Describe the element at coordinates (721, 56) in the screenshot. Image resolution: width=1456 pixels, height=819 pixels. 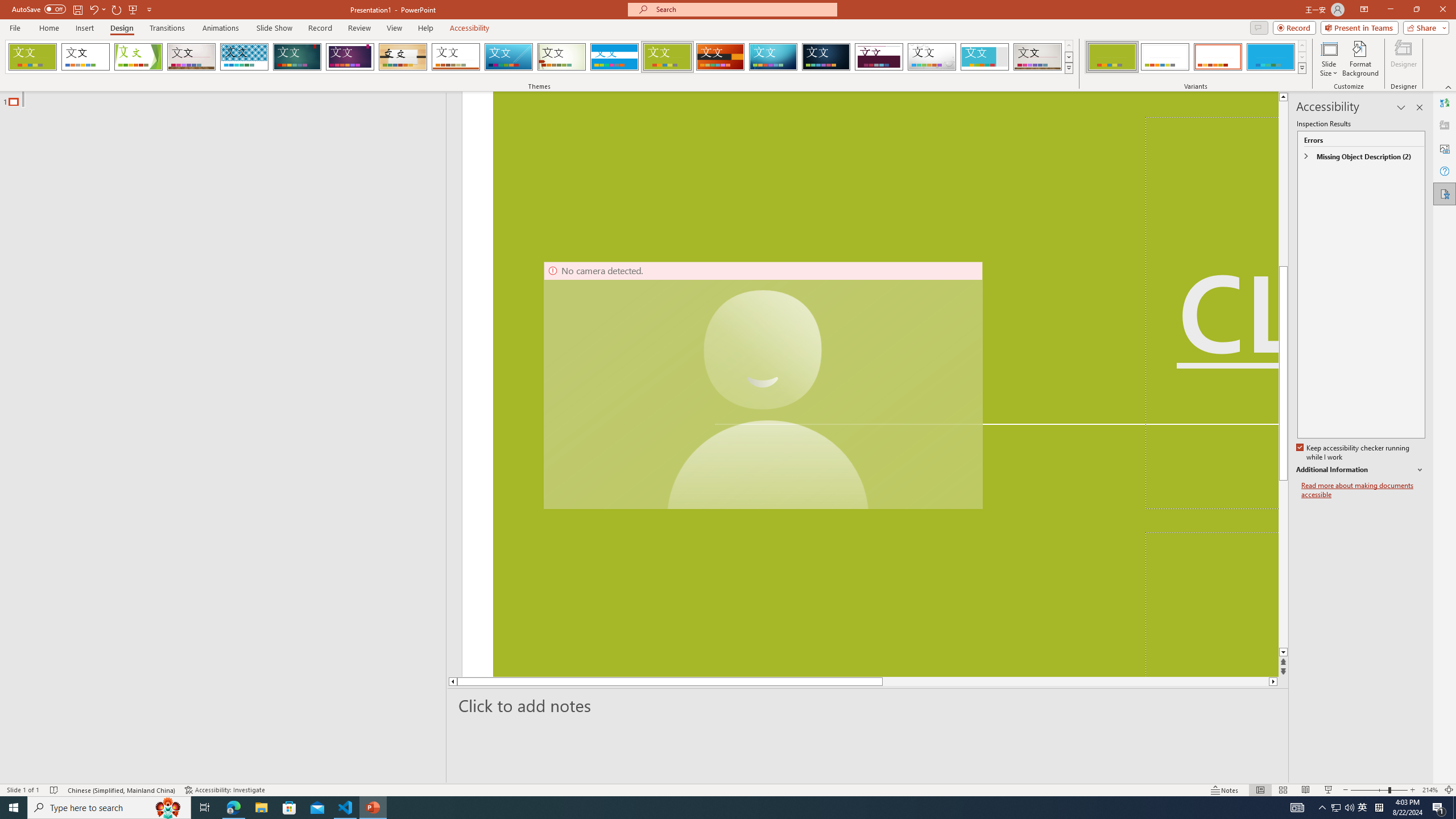
I see `'Berlin'` at that location.